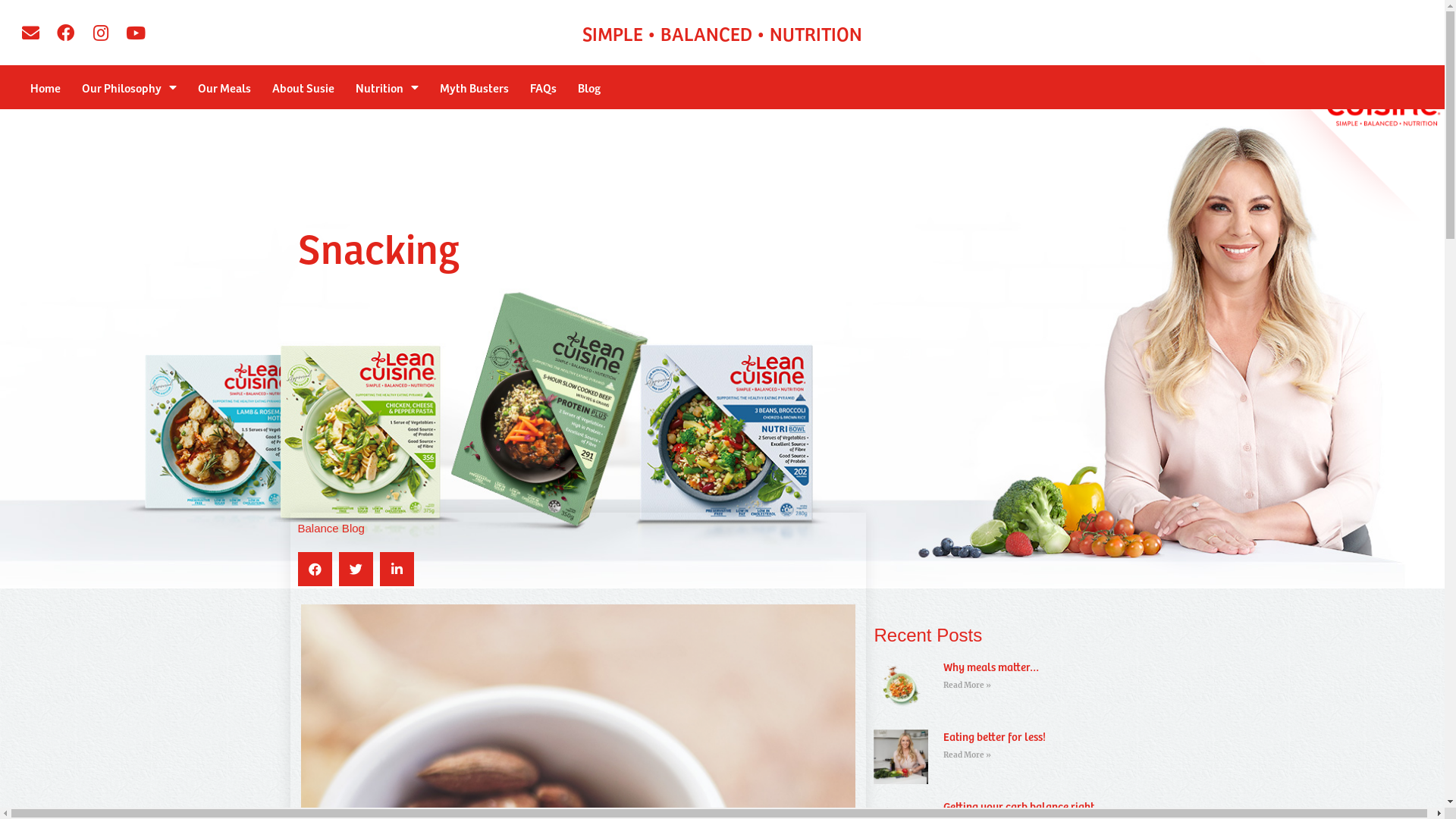 This screenshot has width=1456, height=819. Describe the element at coordinates (543, 87) in the screenshot. I see `'FAQs'` at that location.